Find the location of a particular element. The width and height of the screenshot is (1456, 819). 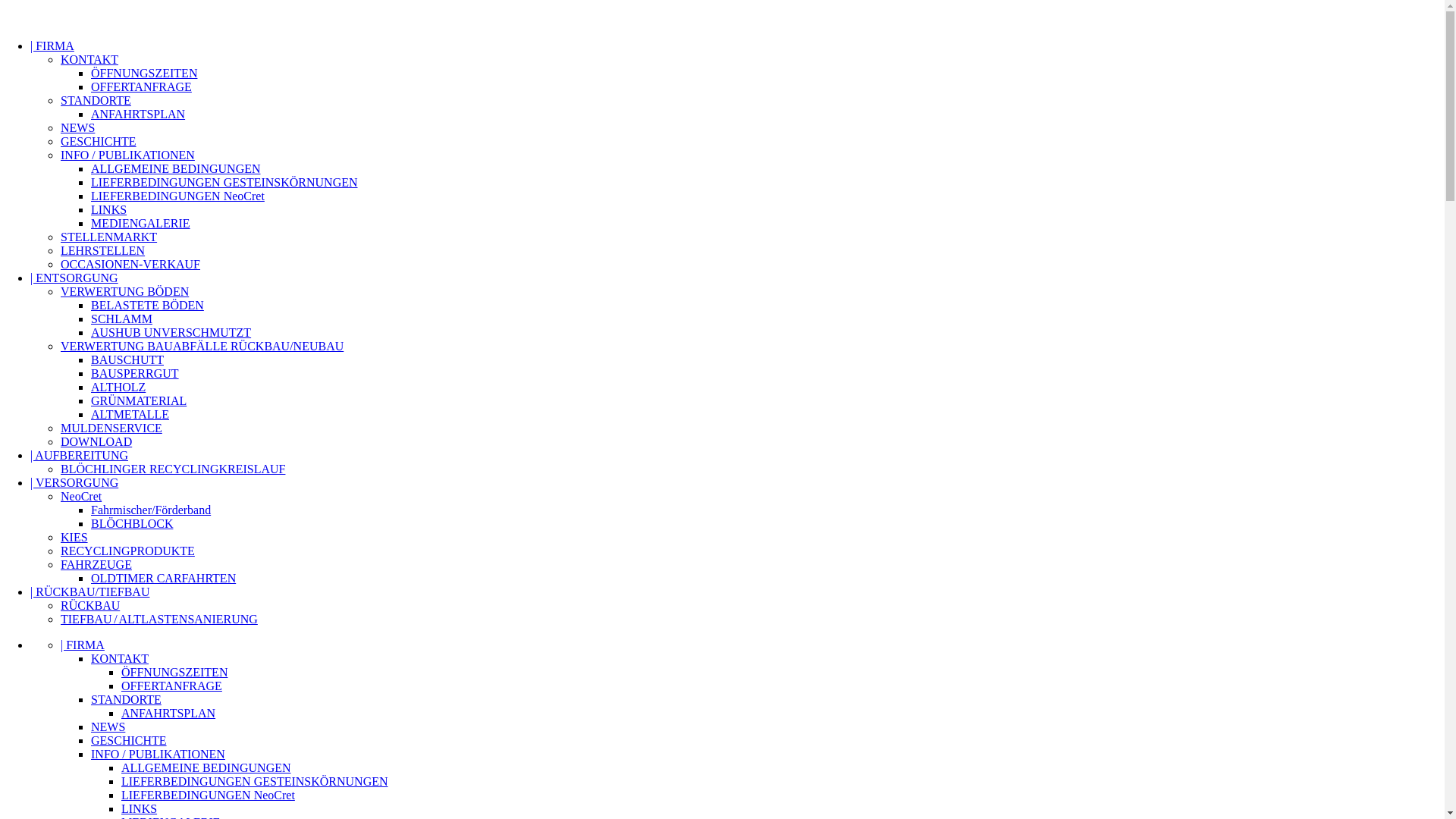

'NEWS' is located at coordinates (61, 127).